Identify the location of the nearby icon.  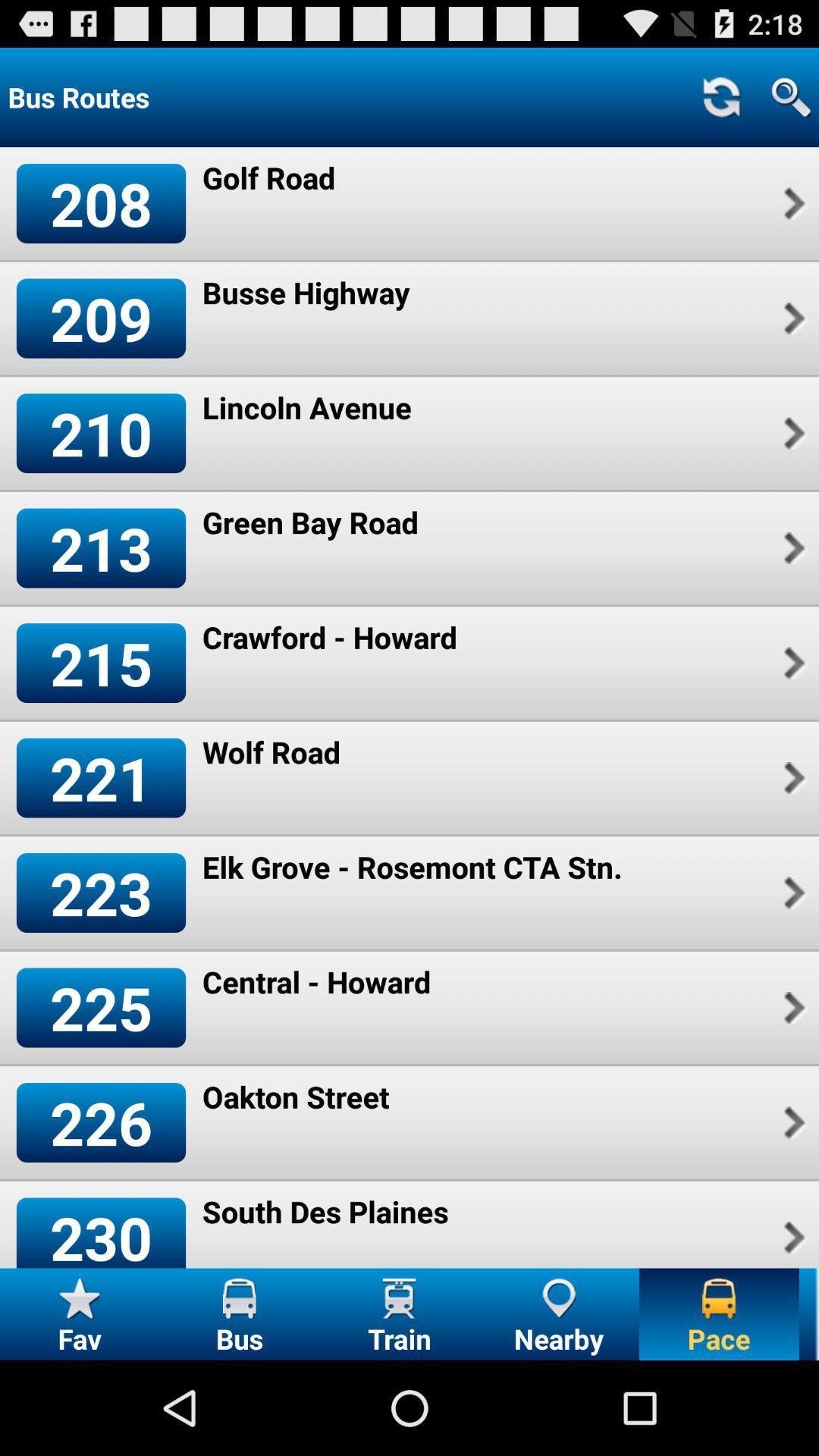
(559, 1313).